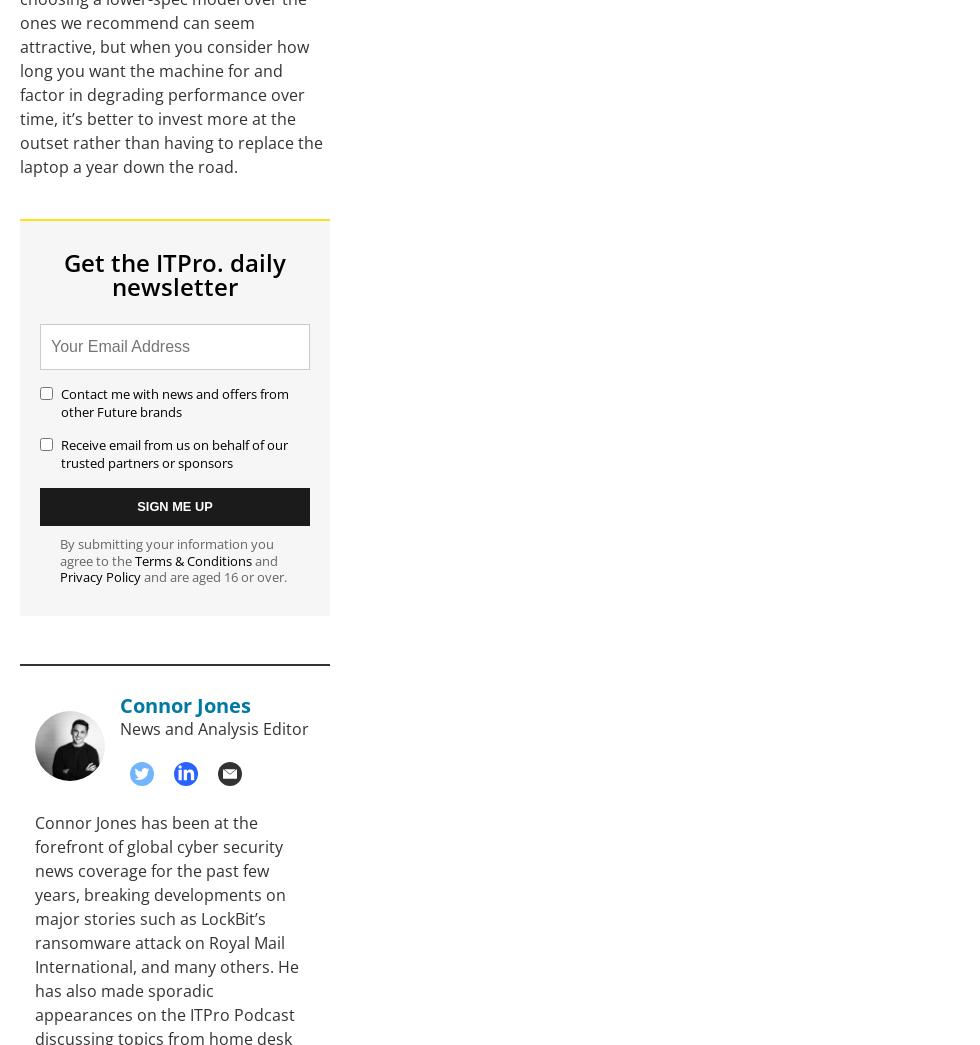 Image resolution: width=980 pixels, height=1045 pixels. I want to click on 'and', so click(264, 560).